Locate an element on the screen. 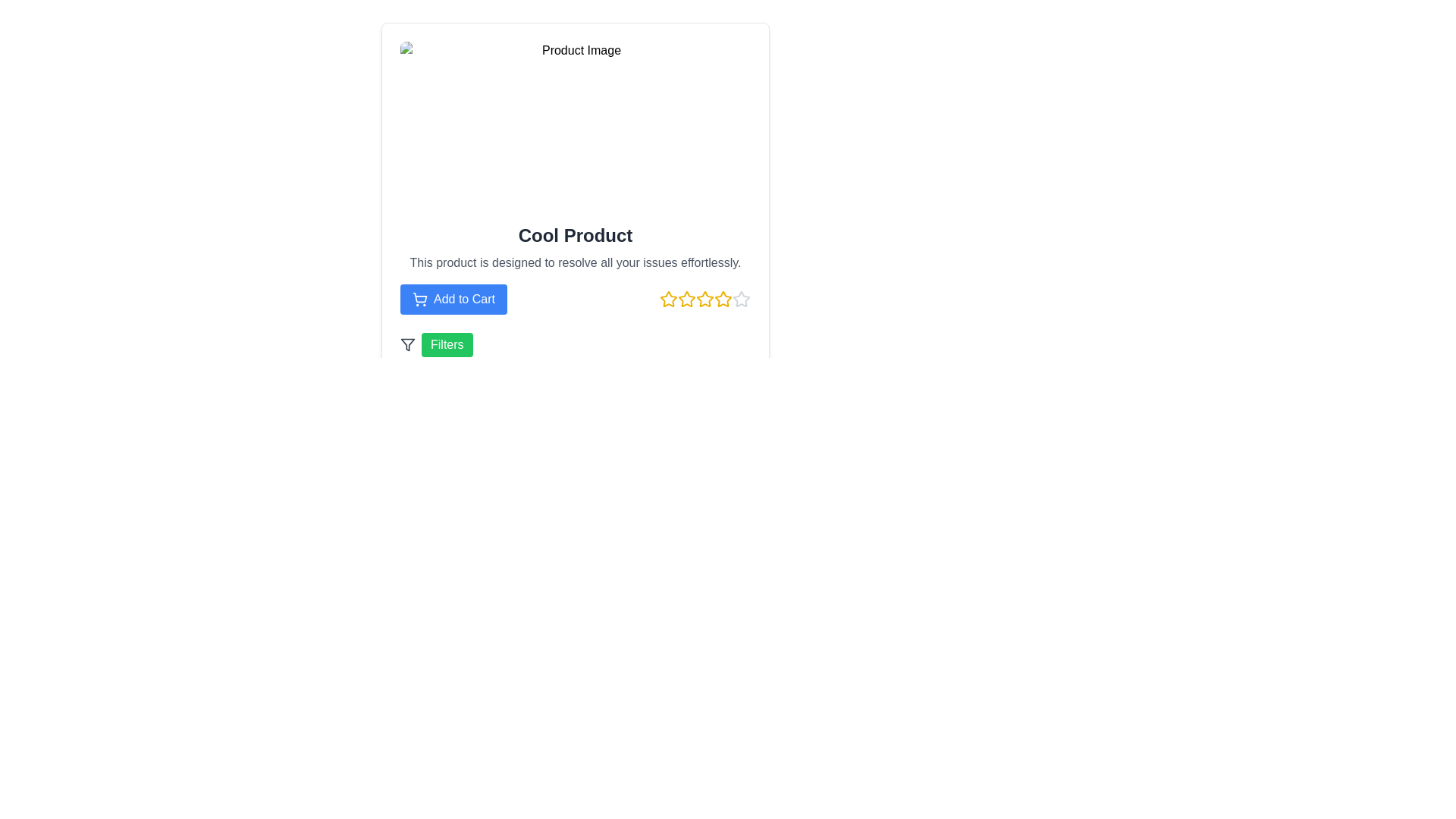 This screenshot has width=1456, height=819. the third star icon in the five-star rating system is located at coordinates (668, 299).